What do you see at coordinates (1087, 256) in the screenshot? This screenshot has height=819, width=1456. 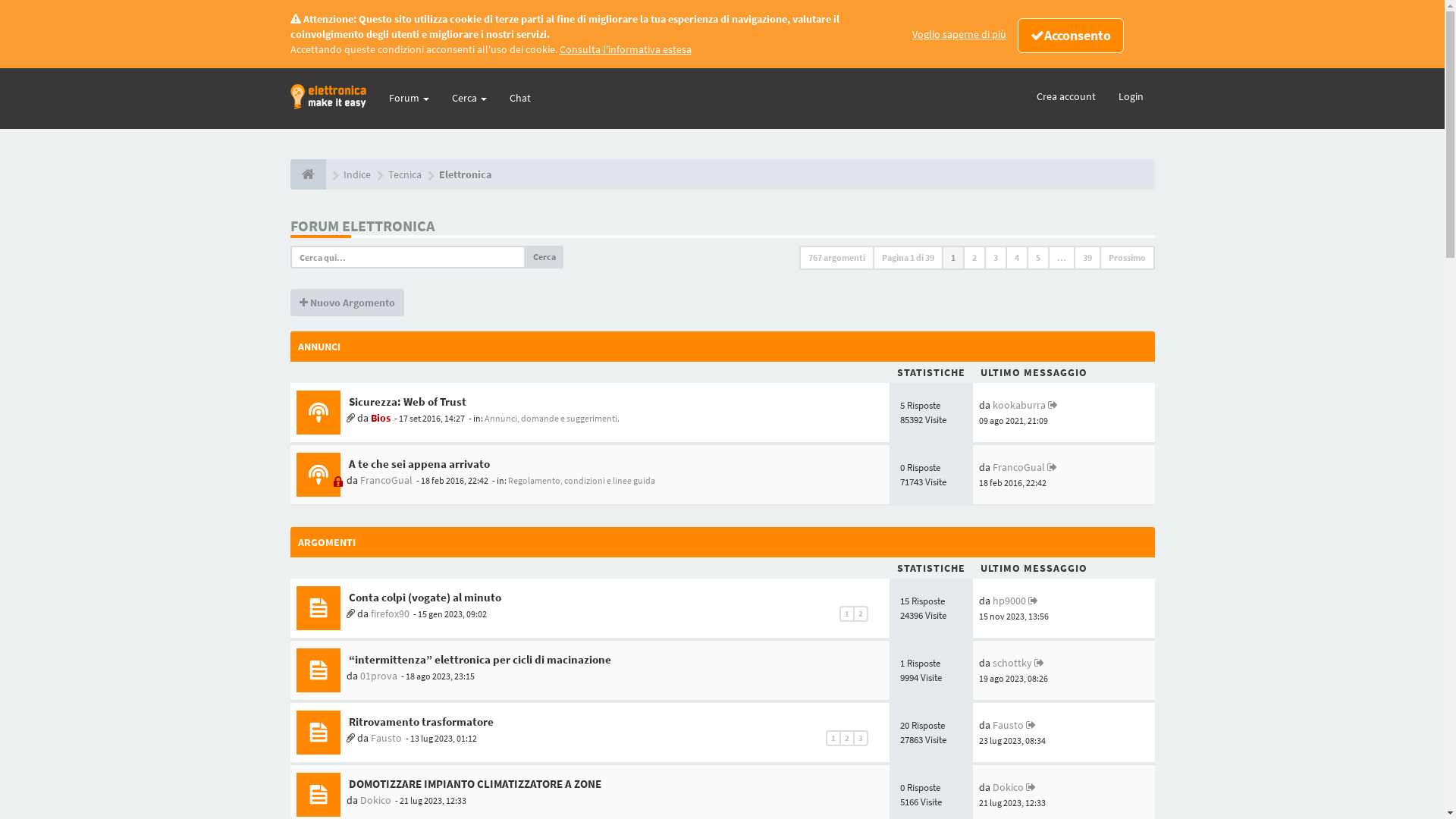 I see `'39'` at bounding box center [1087, 256].